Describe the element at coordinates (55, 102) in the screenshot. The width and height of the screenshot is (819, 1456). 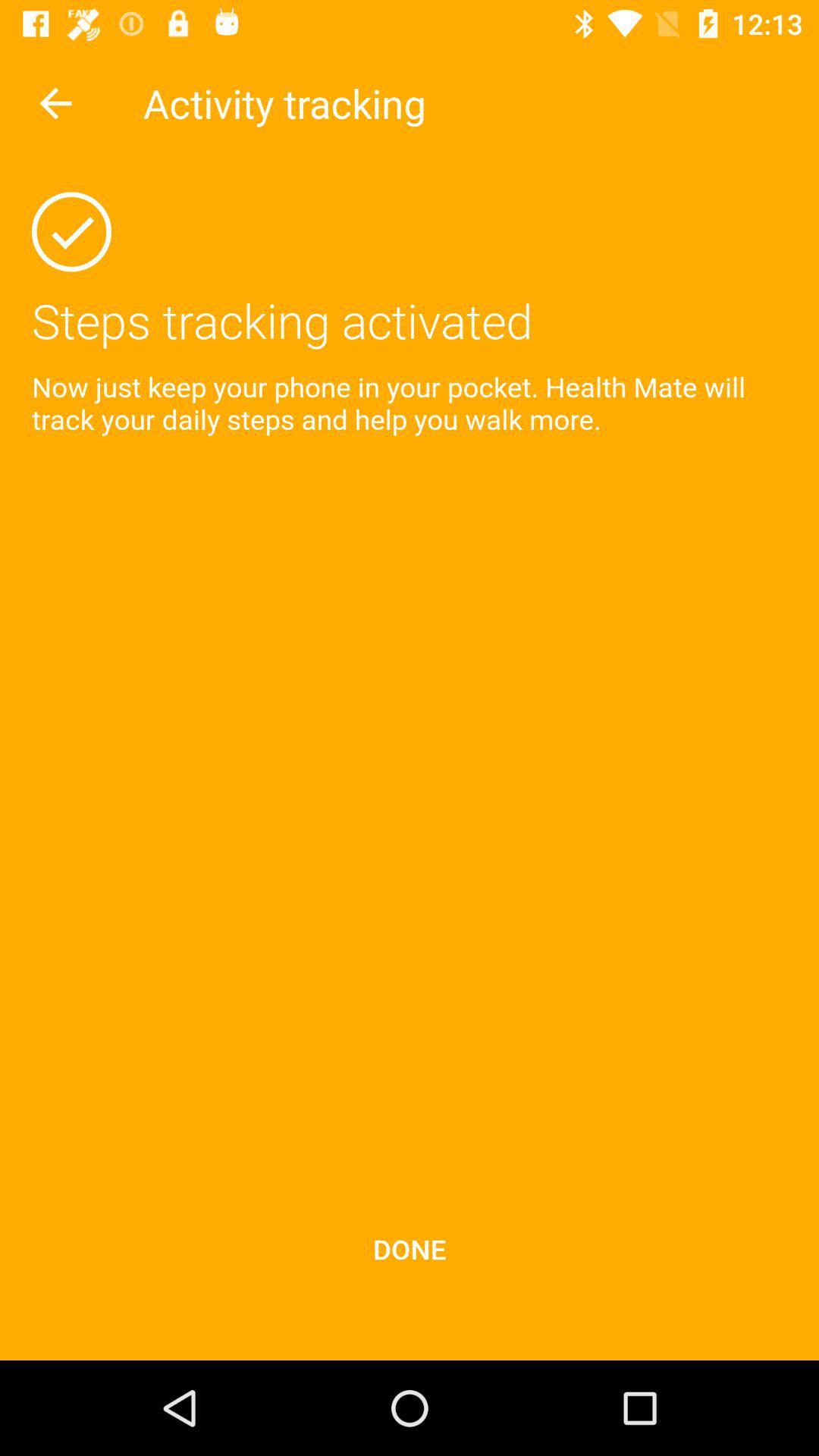
I see `go back` at that location.